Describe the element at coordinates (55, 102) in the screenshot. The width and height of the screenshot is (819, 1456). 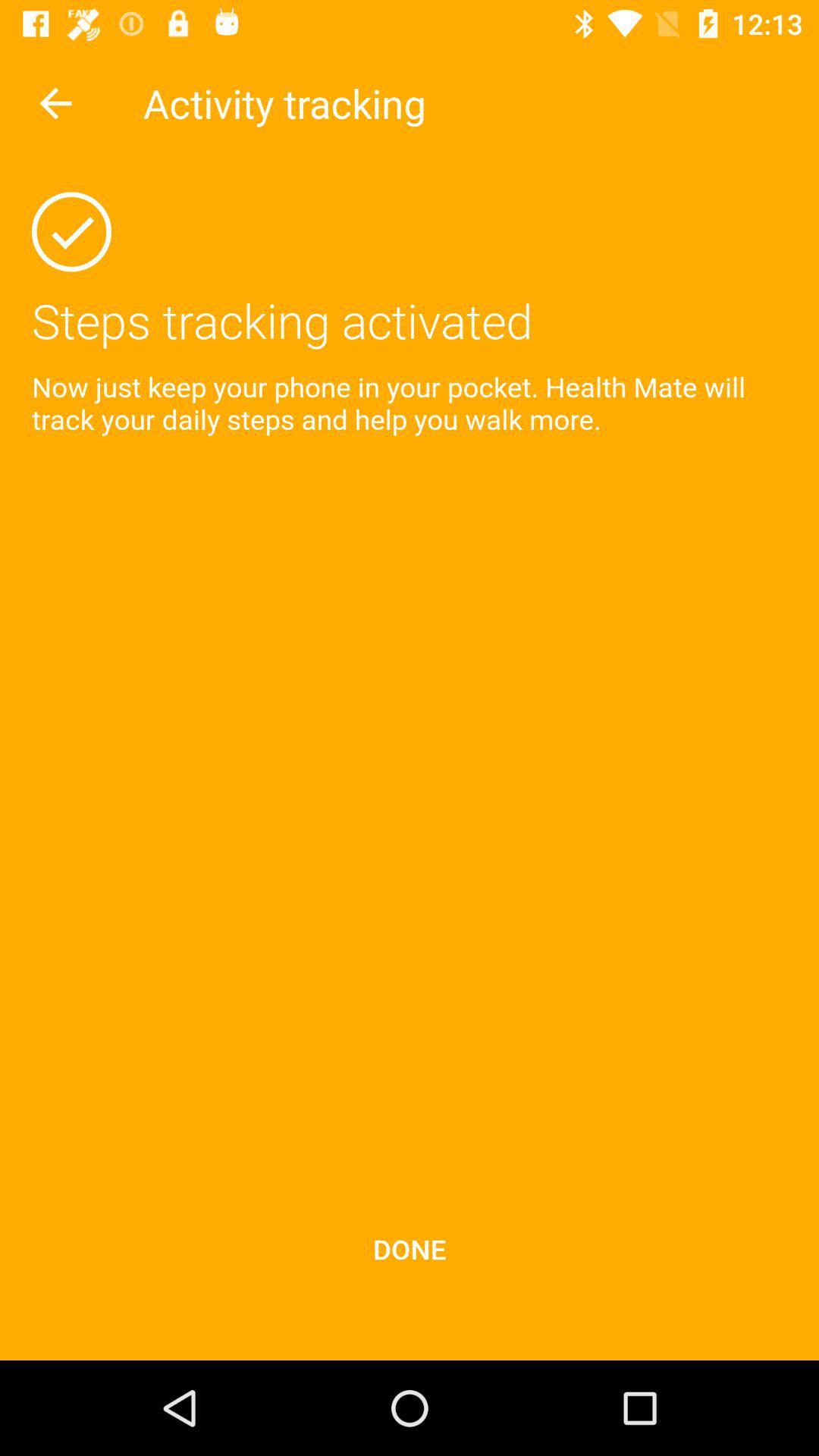
I see `go back` at that location.